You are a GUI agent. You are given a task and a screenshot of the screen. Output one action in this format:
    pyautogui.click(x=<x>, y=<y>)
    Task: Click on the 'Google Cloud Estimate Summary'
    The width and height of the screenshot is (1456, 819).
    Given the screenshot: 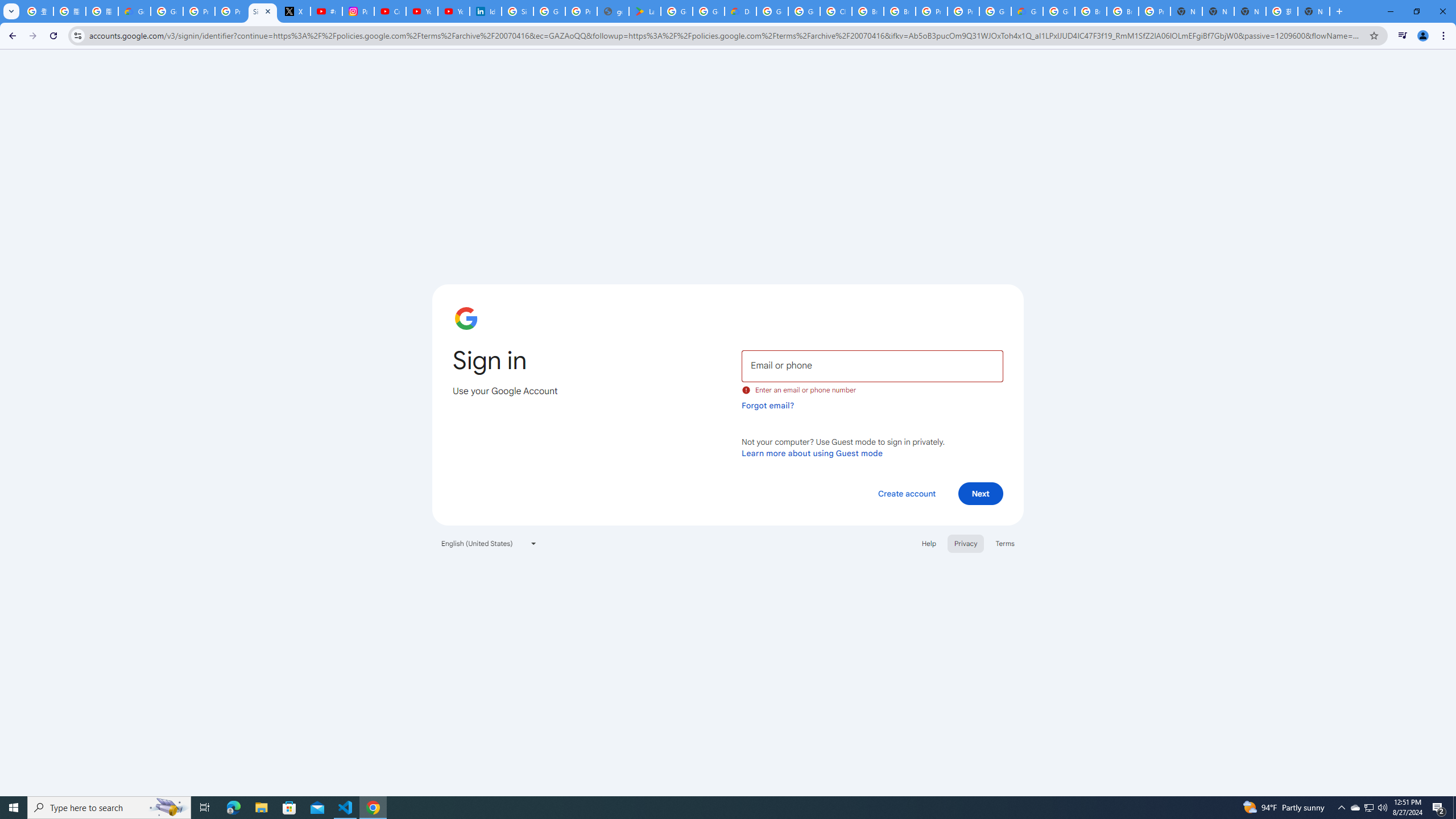 What is the action you would take?
    pyautogui.click(x=1027, y=11)
    